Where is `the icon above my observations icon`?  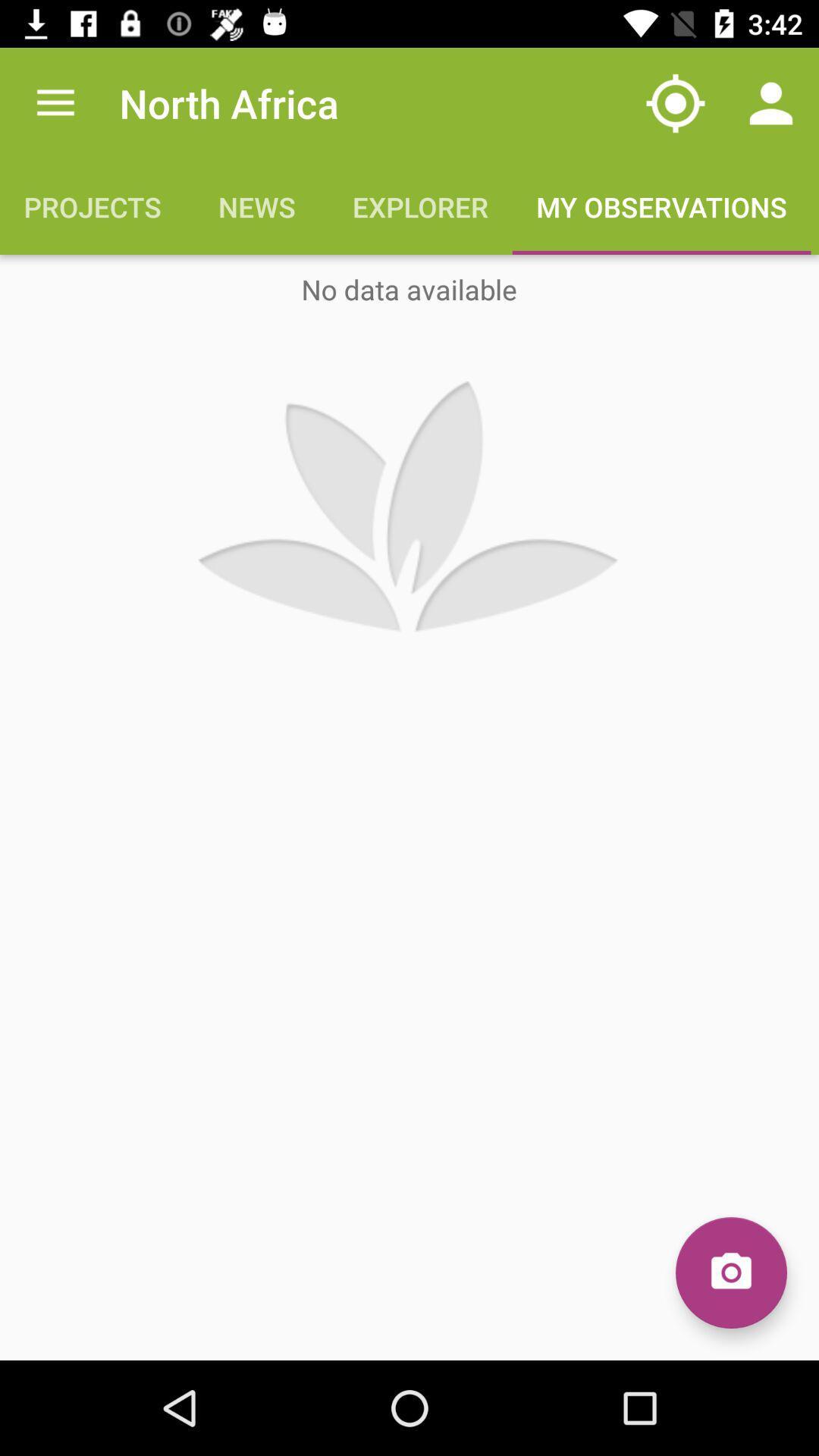 the icon above my observations icon is located at coordinates (675, 102).